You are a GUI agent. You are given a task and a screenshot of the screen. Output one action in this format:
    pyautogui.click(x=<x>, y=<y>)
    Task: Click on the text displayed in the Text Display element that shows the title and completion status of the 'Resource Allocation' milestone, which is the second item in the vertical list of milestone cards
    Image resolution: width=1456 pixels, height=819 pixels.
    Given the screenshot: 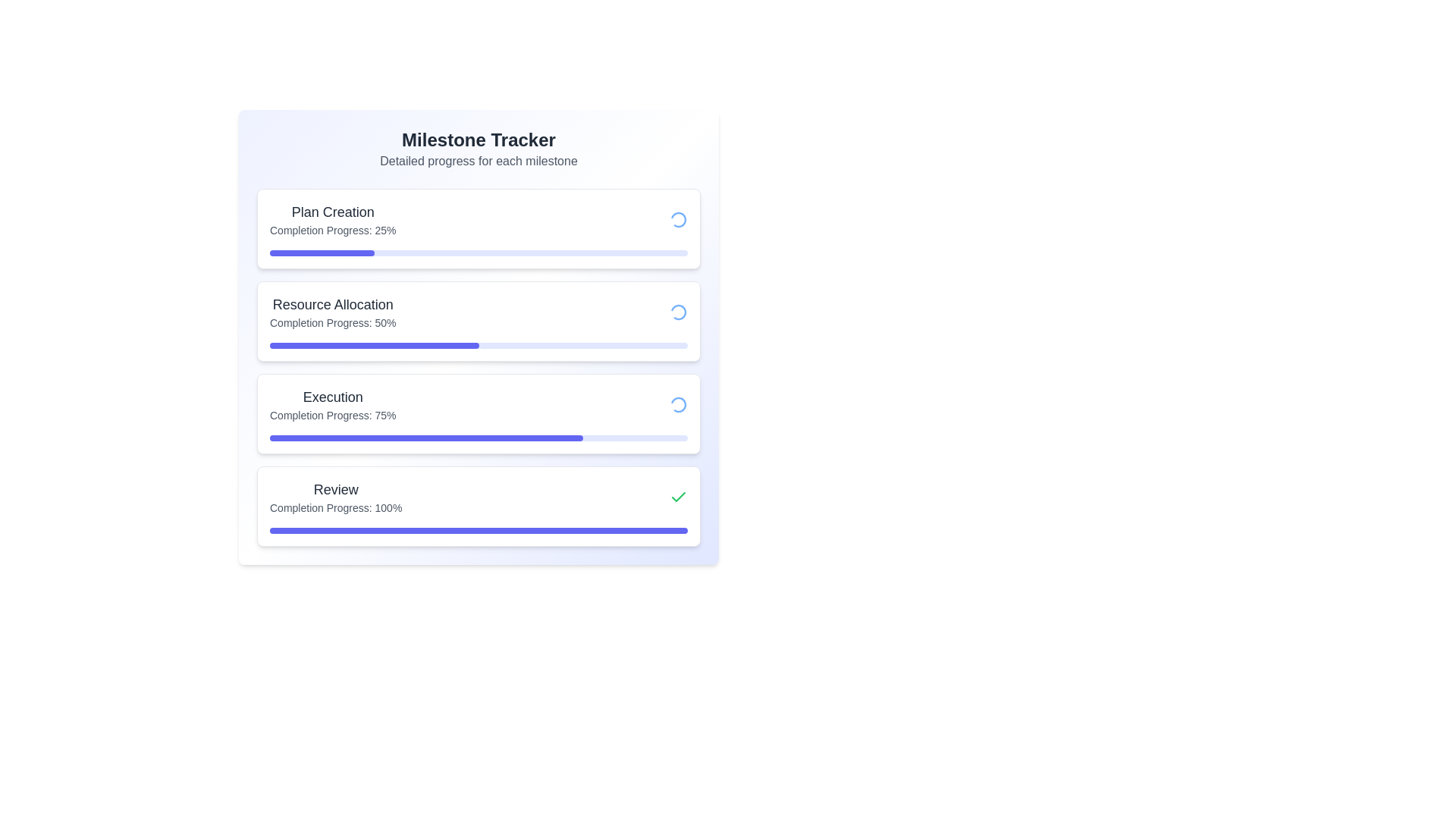 What is the action you would take?
    pyautogui.click(x=332, y=312)
    